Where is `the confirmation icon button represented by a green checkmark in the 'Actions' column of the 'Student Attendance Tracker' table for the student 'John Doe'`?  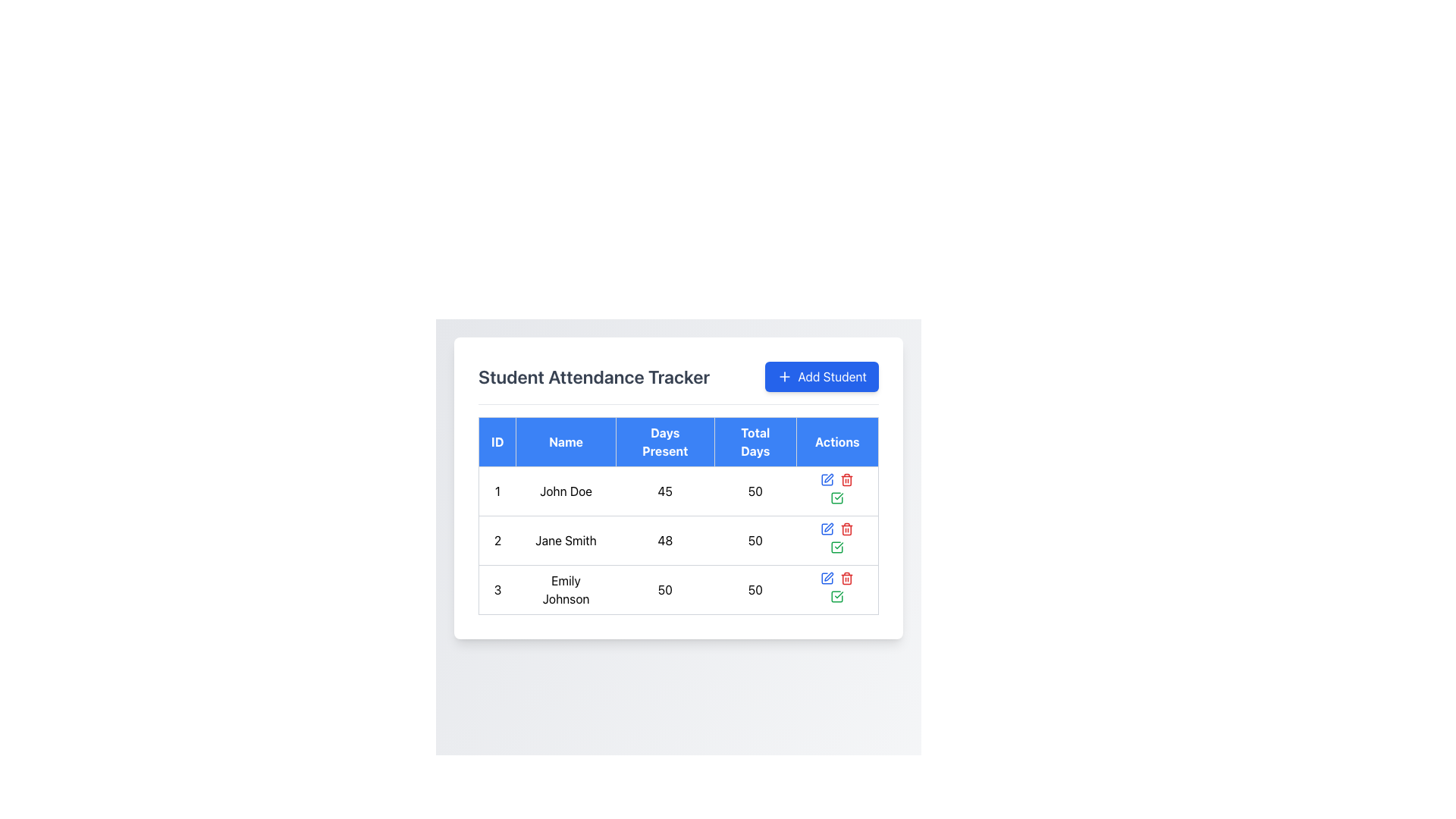
the confirmation icon button represented by a green checkmark in the 'Actions' column of the 'Student Attendance Tracker' table for the student 'John Doe' is located at coordinates (836, 491).